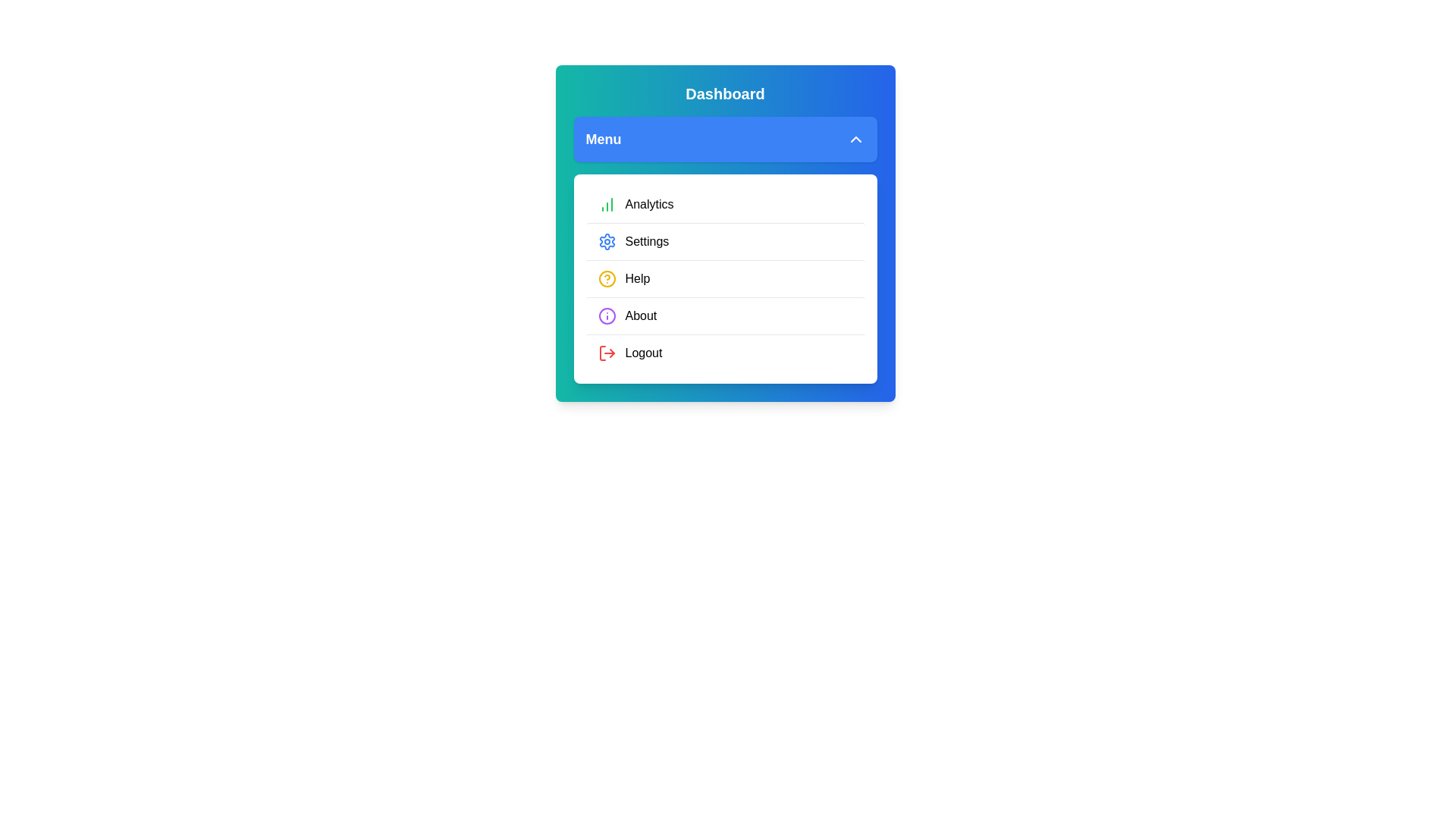  I want to click on the circular icon with a yellow outline and question mark symbol located in the 'Help' menu of the drop-down menu, so click(607, 278).